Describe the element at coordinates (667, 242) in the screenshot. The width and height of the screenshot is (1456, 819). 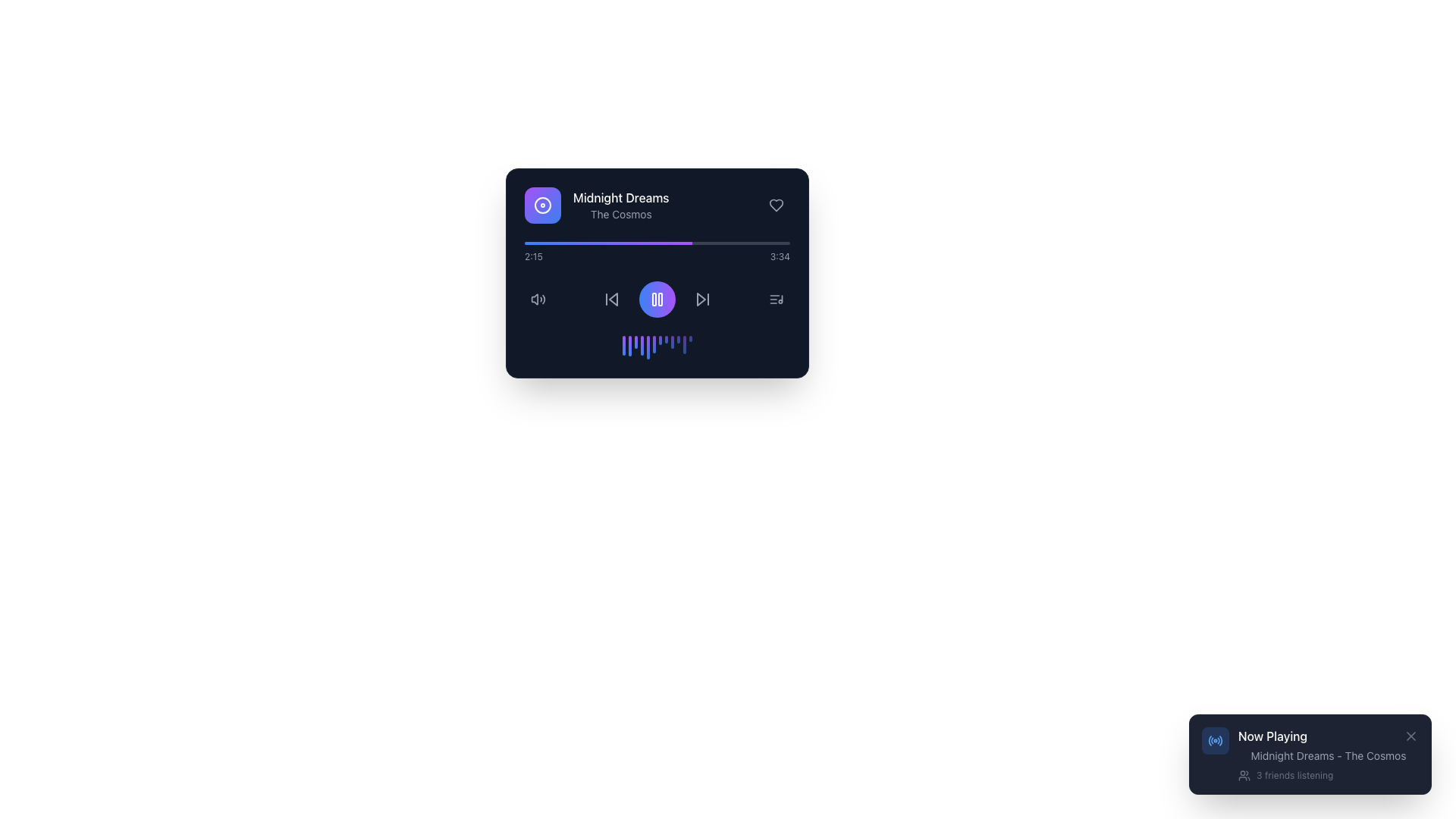
I see `playback time` at that location.